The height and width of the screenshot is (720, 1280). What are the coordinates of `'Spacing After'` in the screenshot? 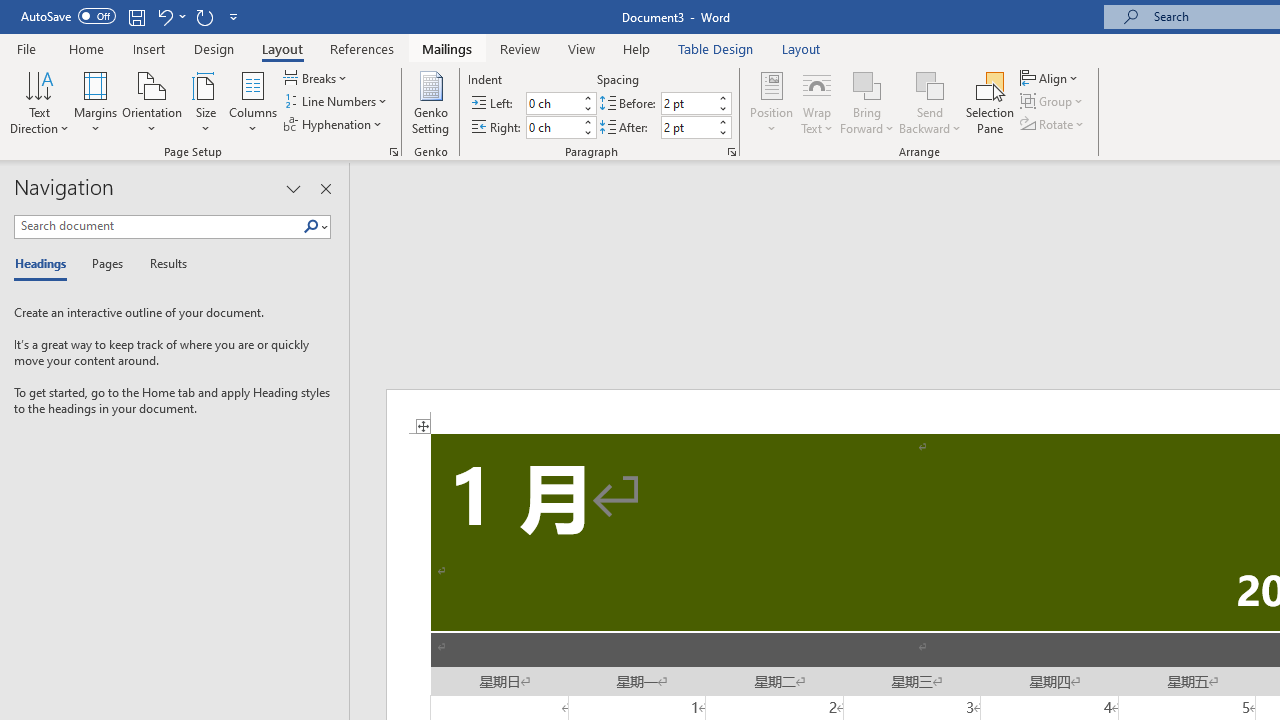 It's located at (688, 127).